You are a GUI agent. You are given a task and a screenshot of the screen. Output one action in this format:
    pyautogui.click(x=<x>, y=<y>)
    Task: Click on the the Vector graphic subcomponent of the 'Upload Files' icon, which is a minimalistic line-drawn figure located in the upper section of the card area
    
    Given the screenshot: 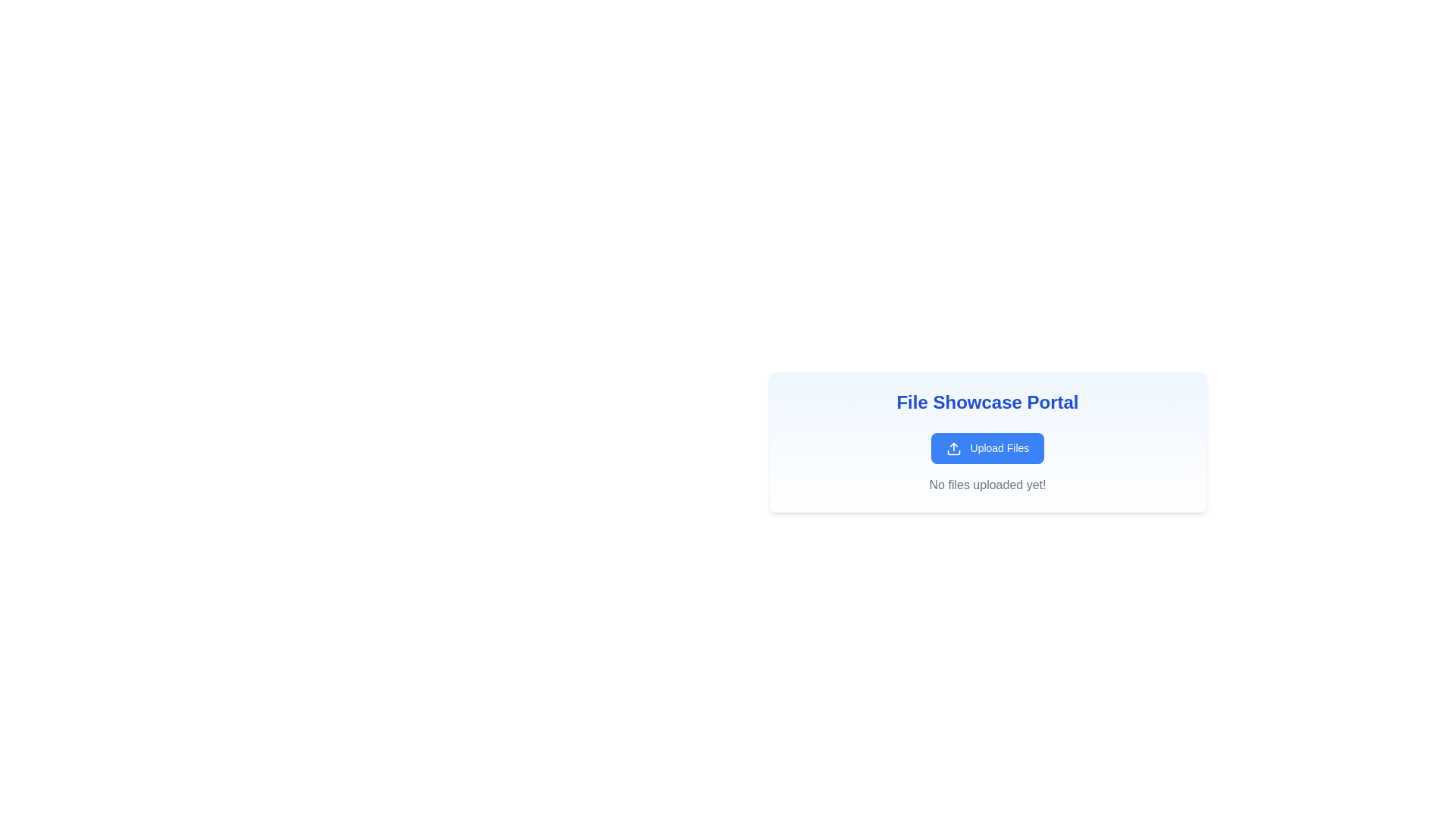 What is the action you would take?
    pyautogui.click(x=952, y=452)
    